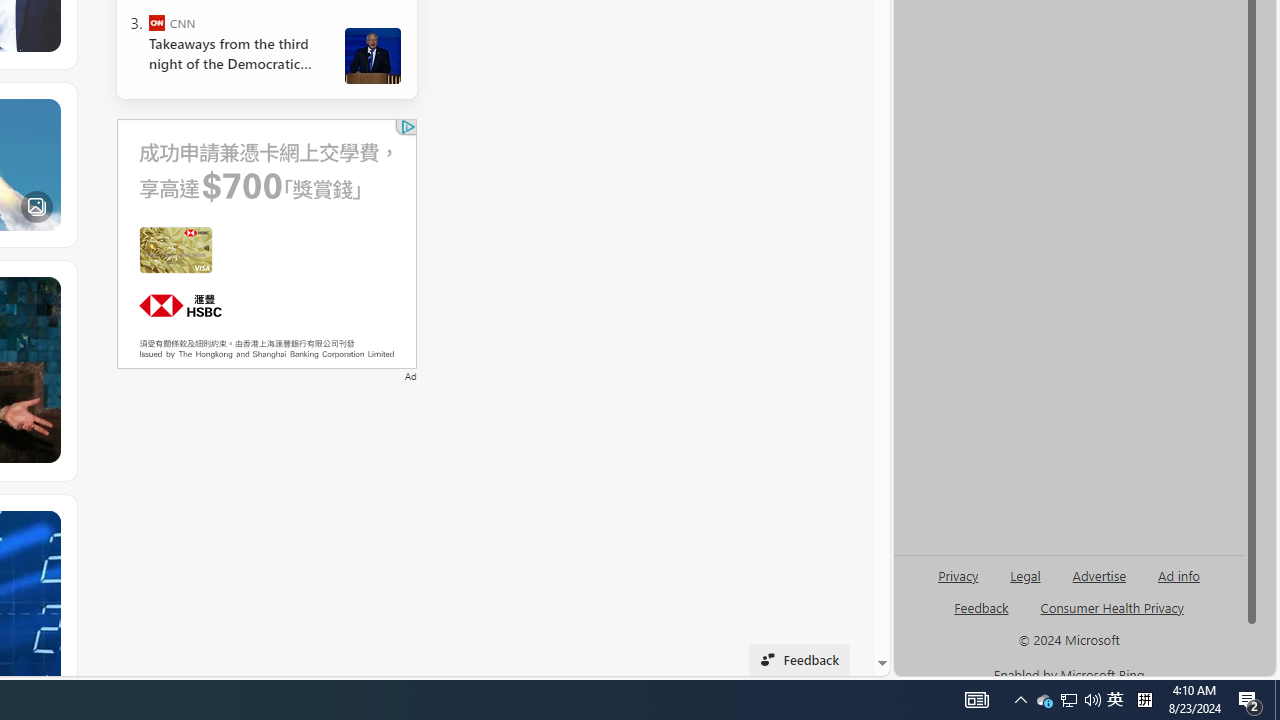 The image size is (1280, 720). What do you see at coordinates (265, 242) in the screenshot?
I see `'AutomationID: canvas'` at bounding box center [265, 242].